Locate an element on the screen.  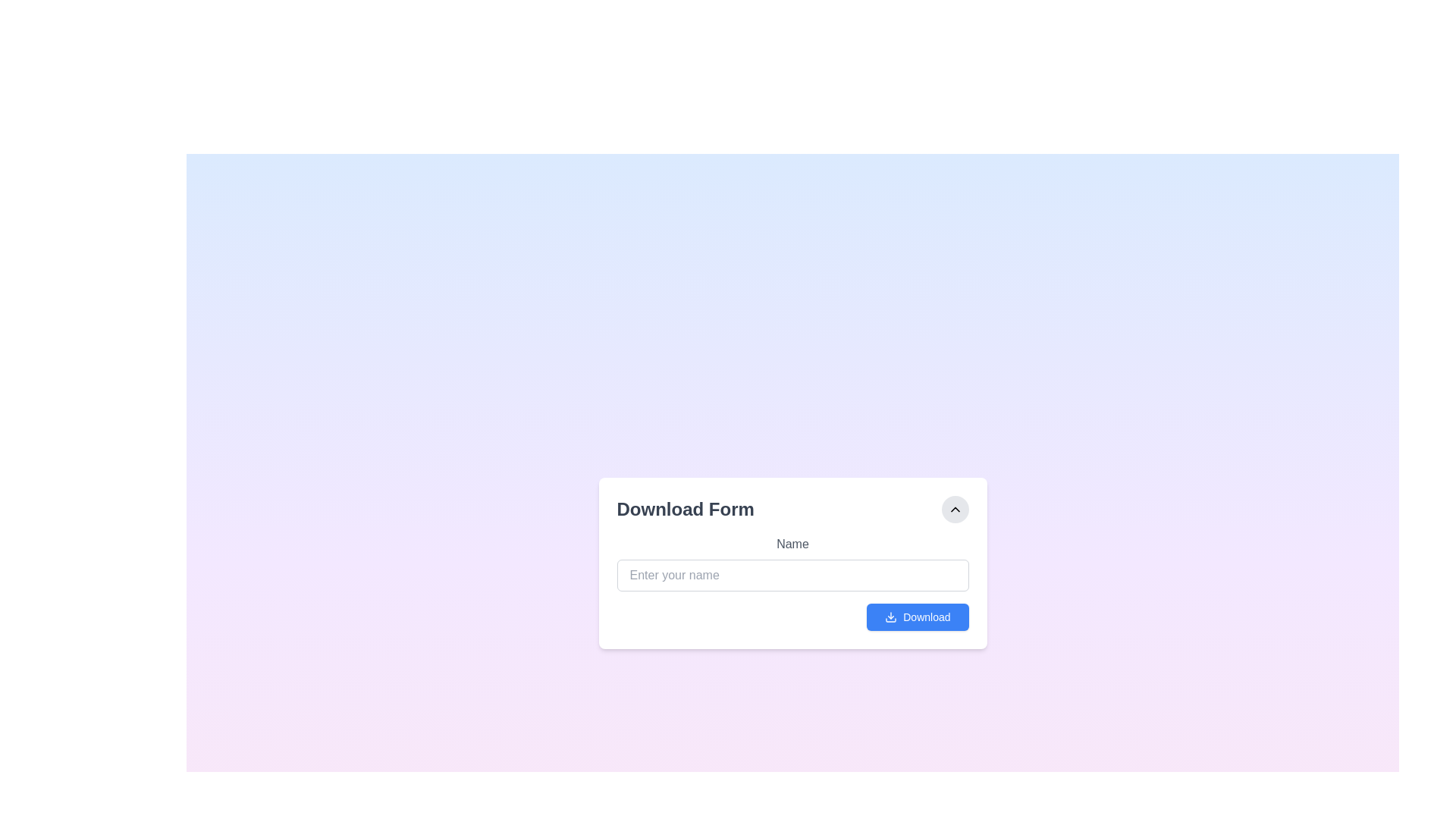
the collapse or scroll-up button located to the right of the 'Download Form' text, positioned at the top-right corner of the white card interface is located at coordinates (954, 509).